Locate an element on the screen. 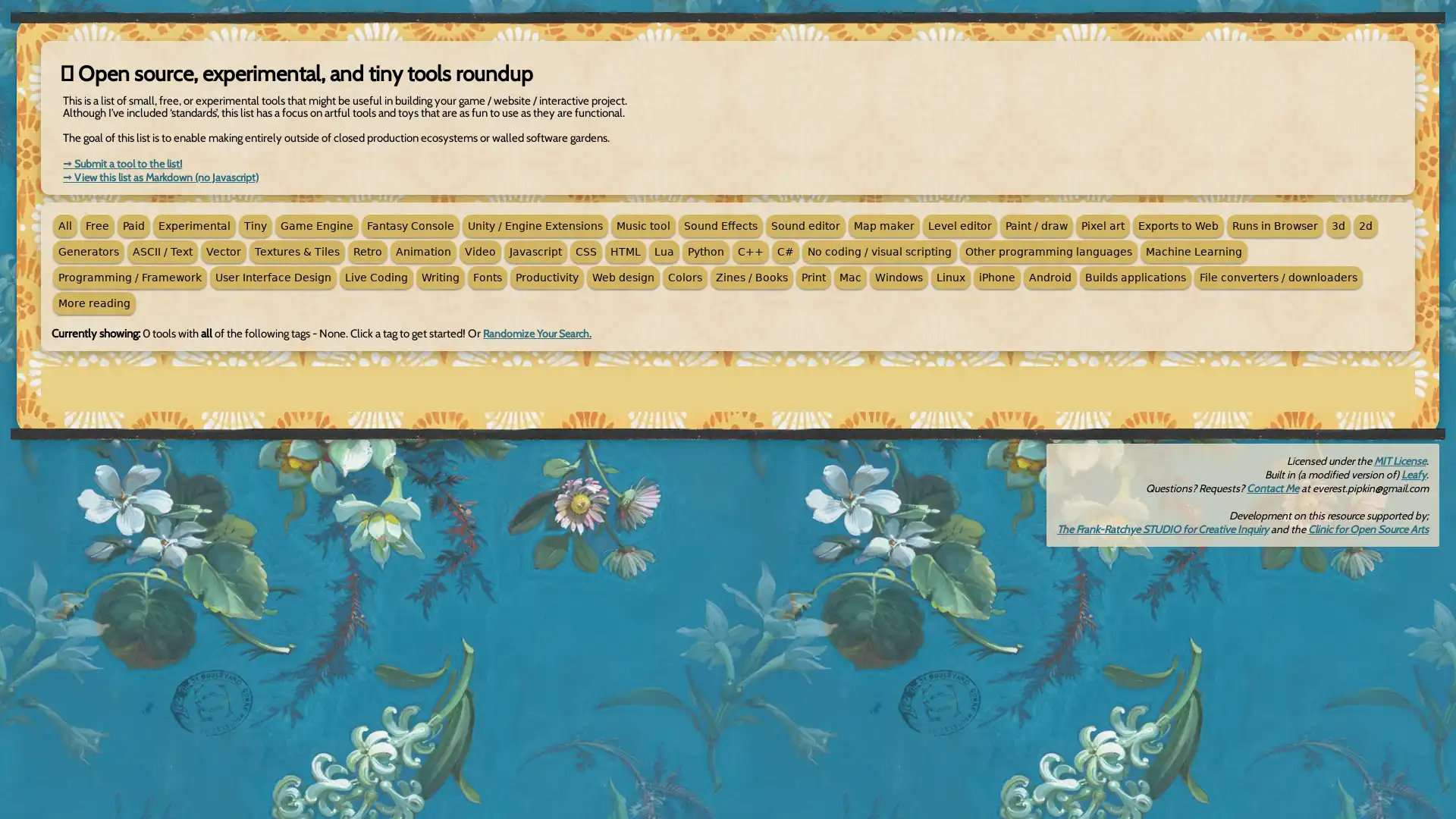 This screenshot has width=1456, height=819. Game Engine is located at coordinates (315, 225).